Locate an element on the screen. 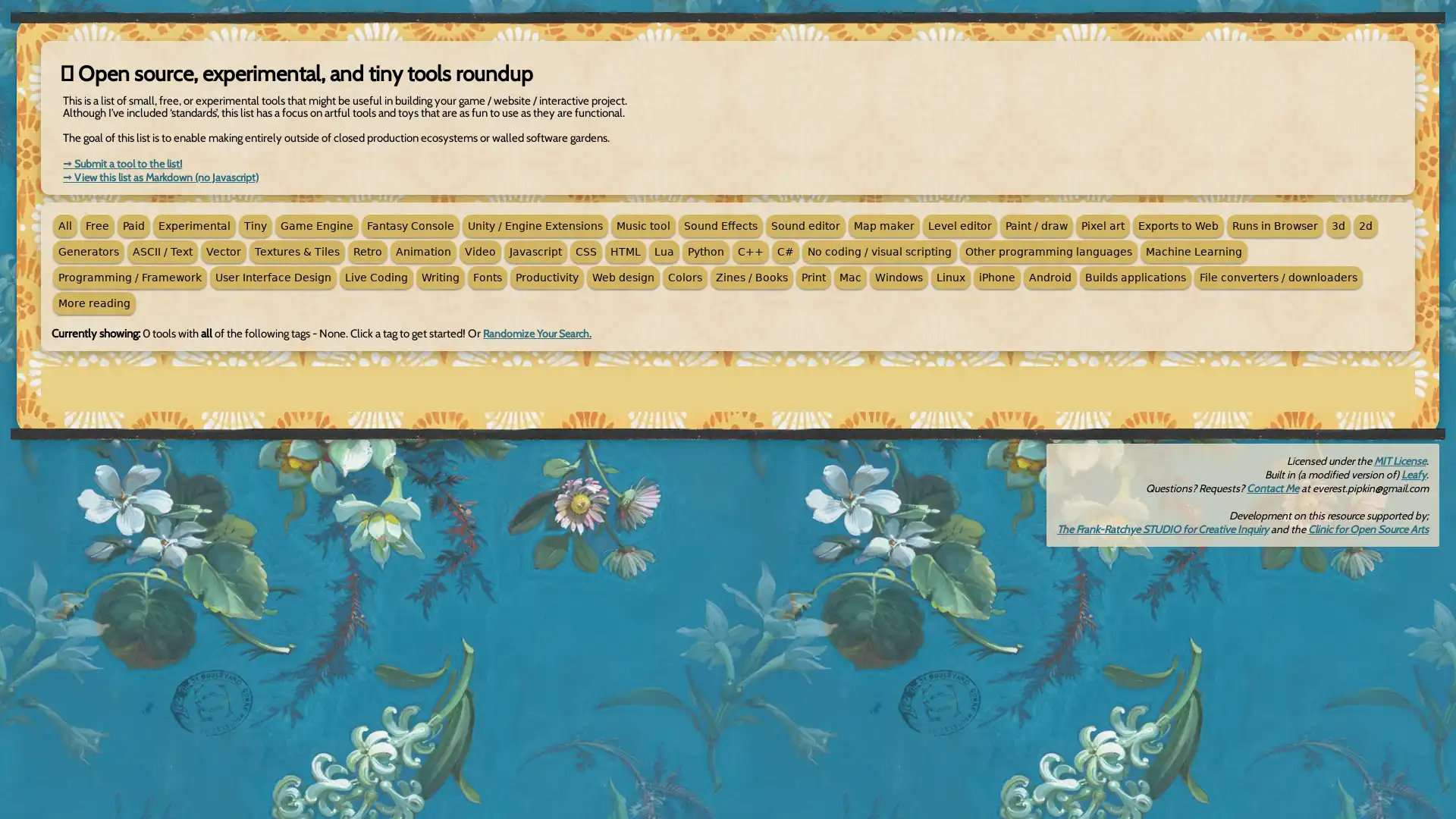 This screenshot has width=1456, height=819. Game Engine is located at coordinates (315, 225).